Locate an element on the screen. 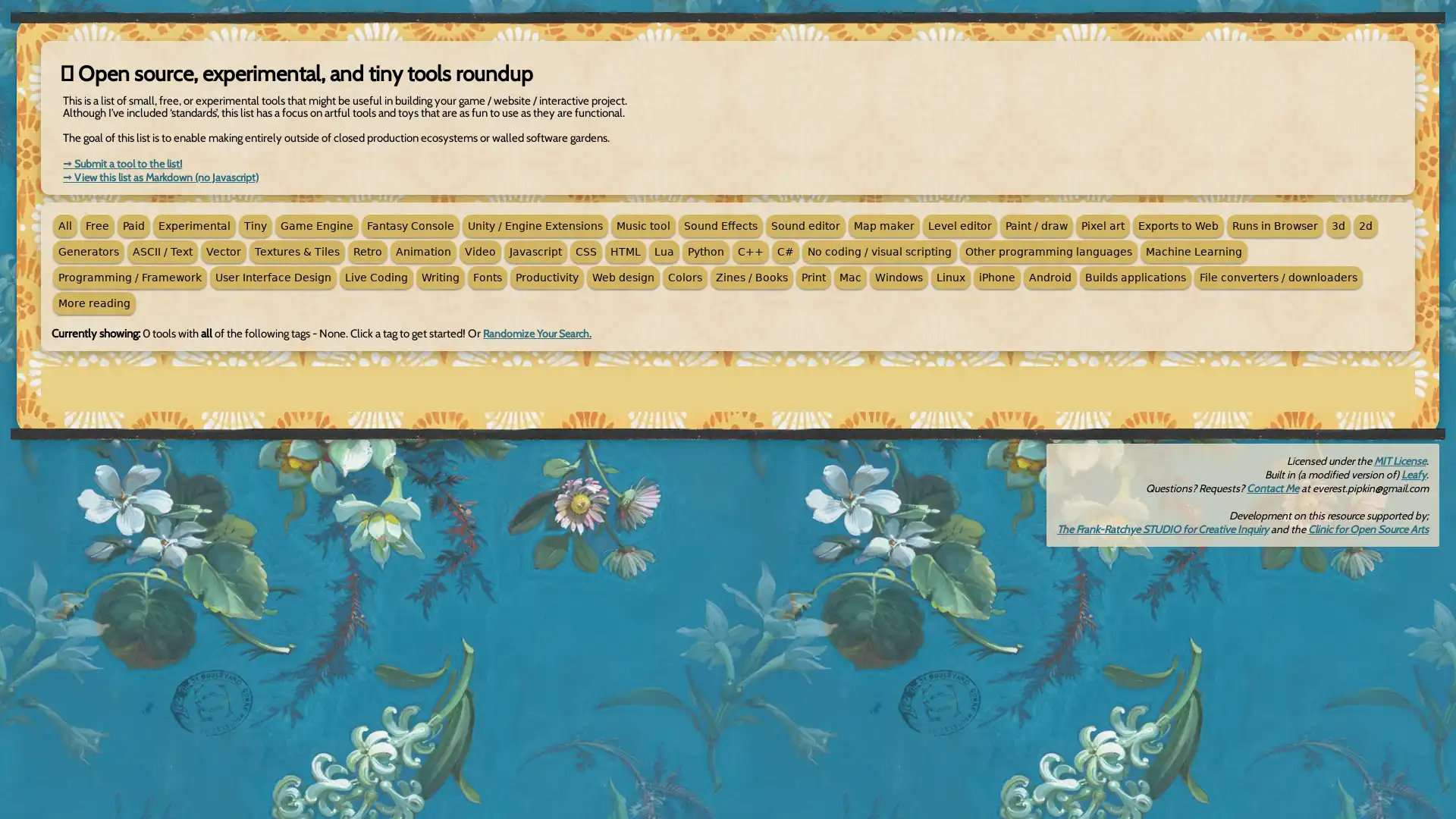 This screenshot has width=1456, height=819. Game Engine is located at coordinates (315, 225).